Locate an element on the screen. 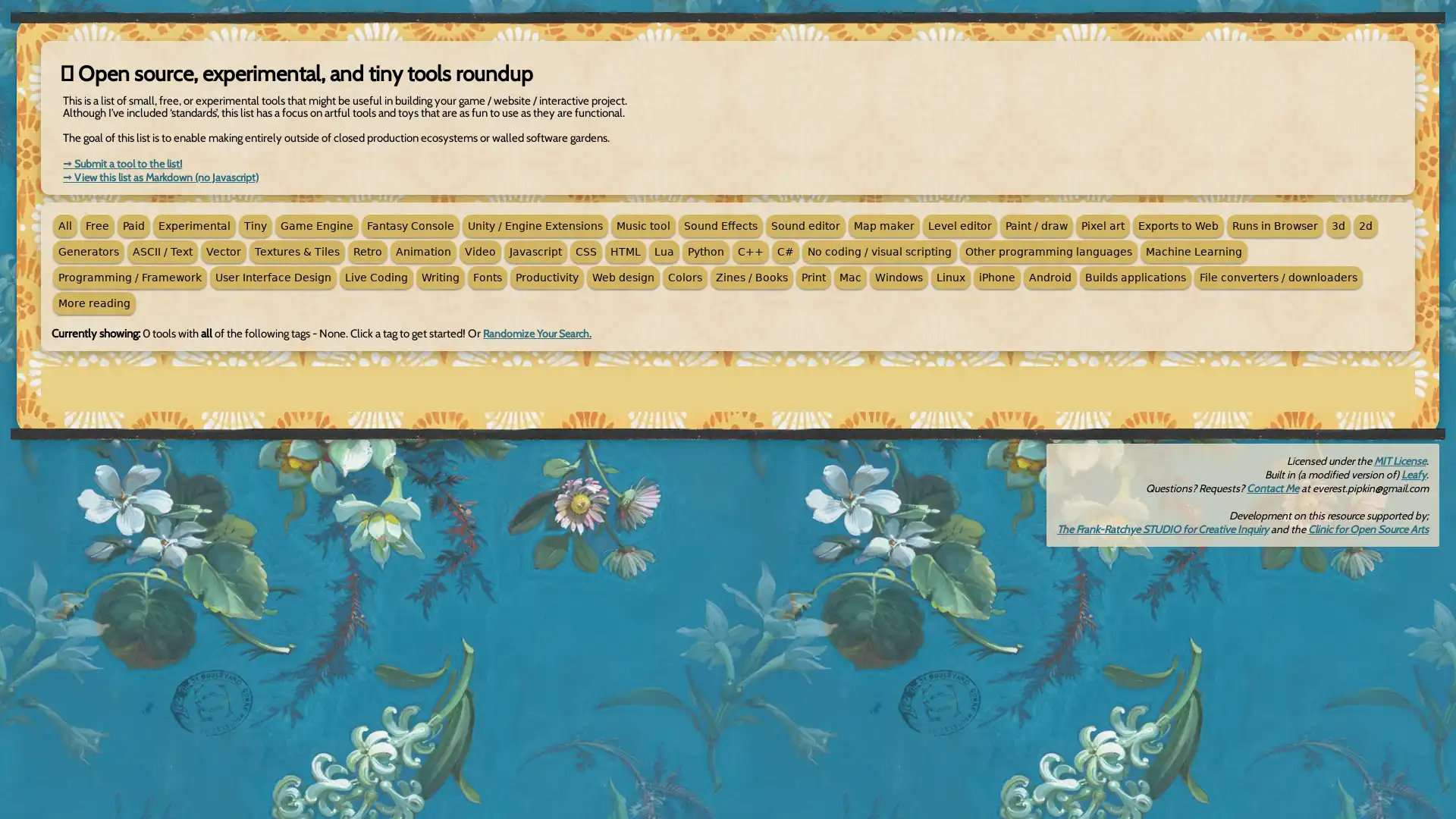 This screenshot has width=1456, height=819. Game Engine is located at coordinates (315, 225).